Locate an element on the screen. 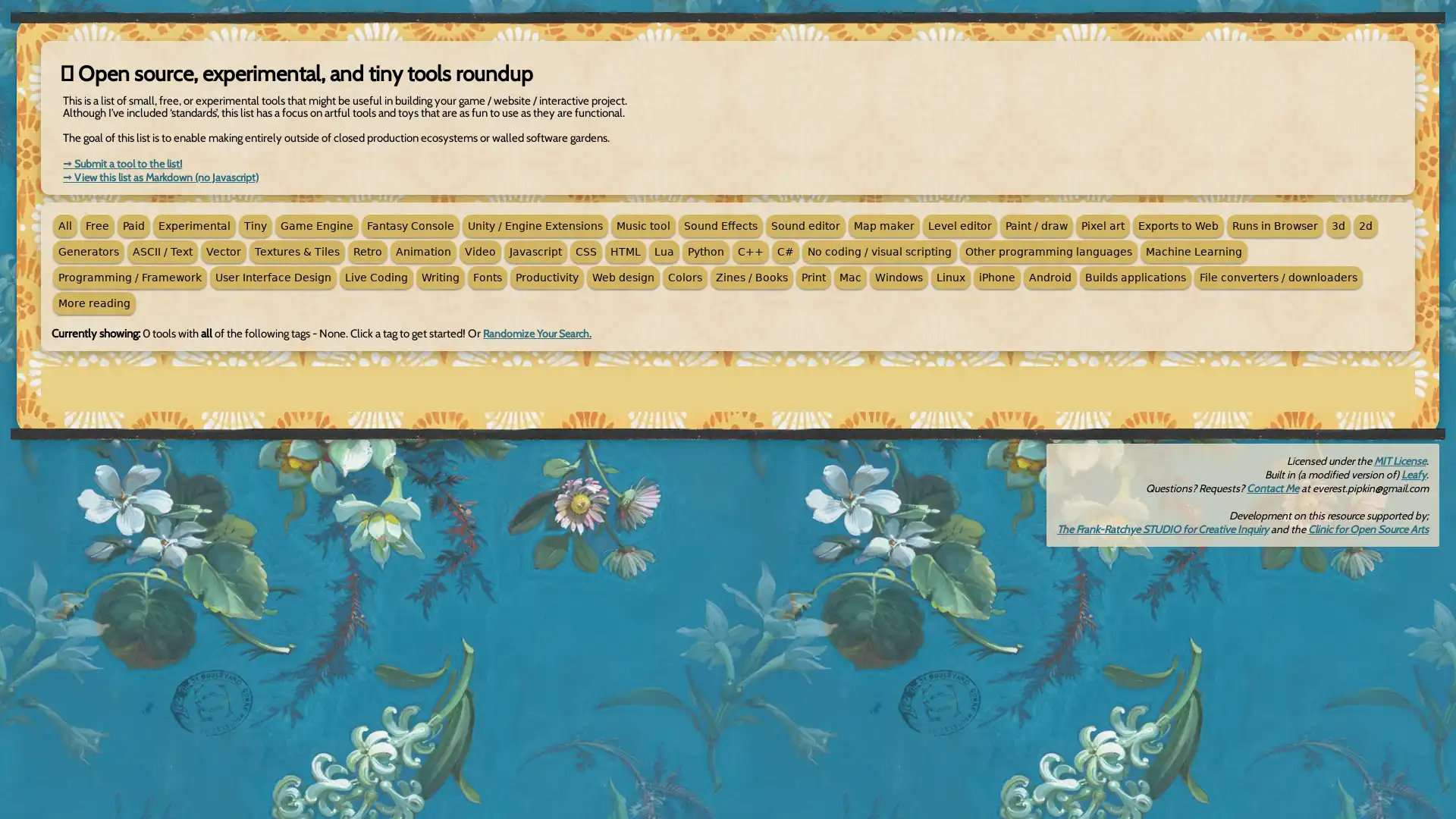 This screenshot has width=1456, height=819. Game Engine is located at coordinates (315, 225).